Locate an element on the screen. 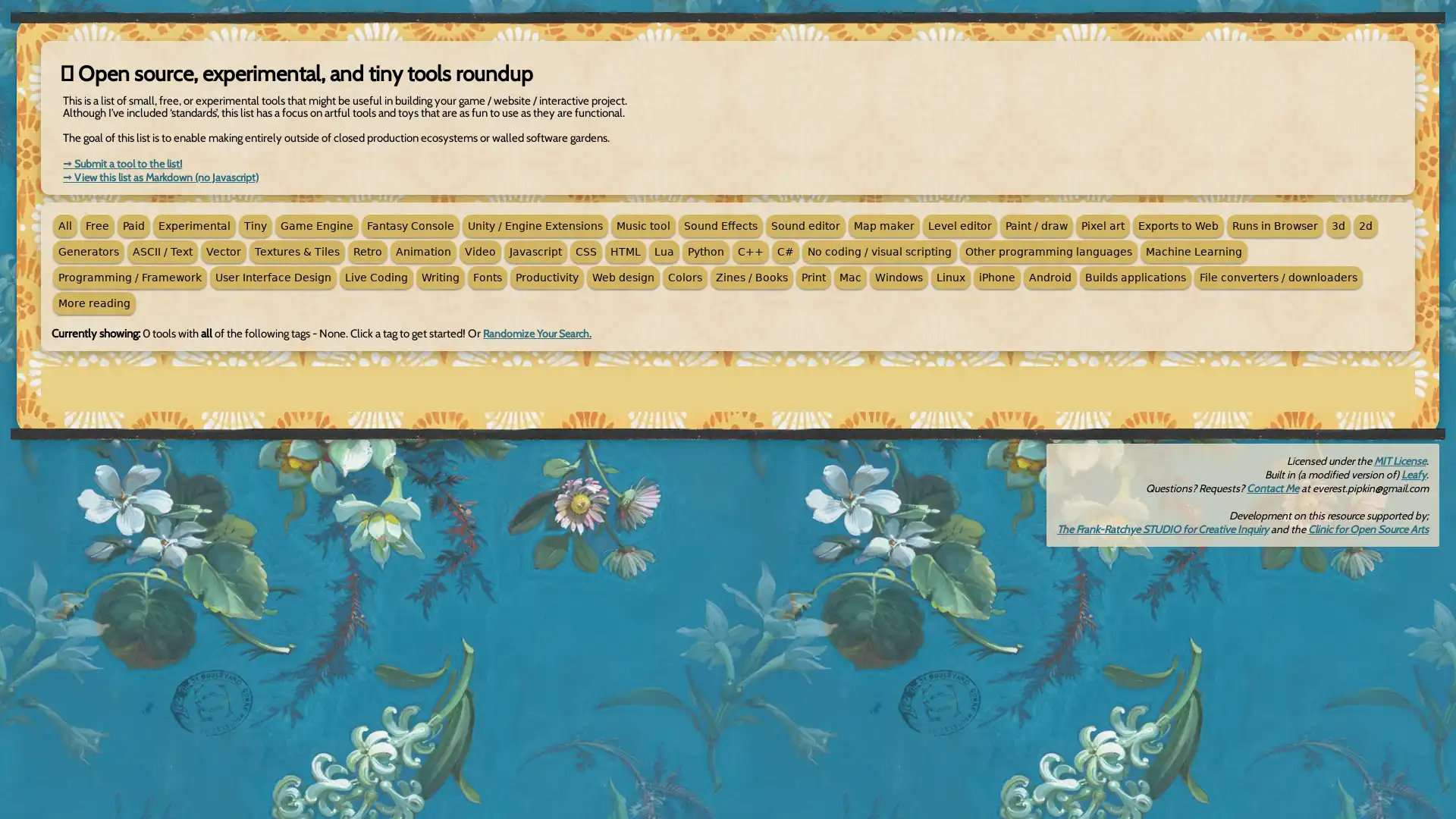 This screenshot has width=1456, height=819. Game Engine is located at coordinates (315, 225).